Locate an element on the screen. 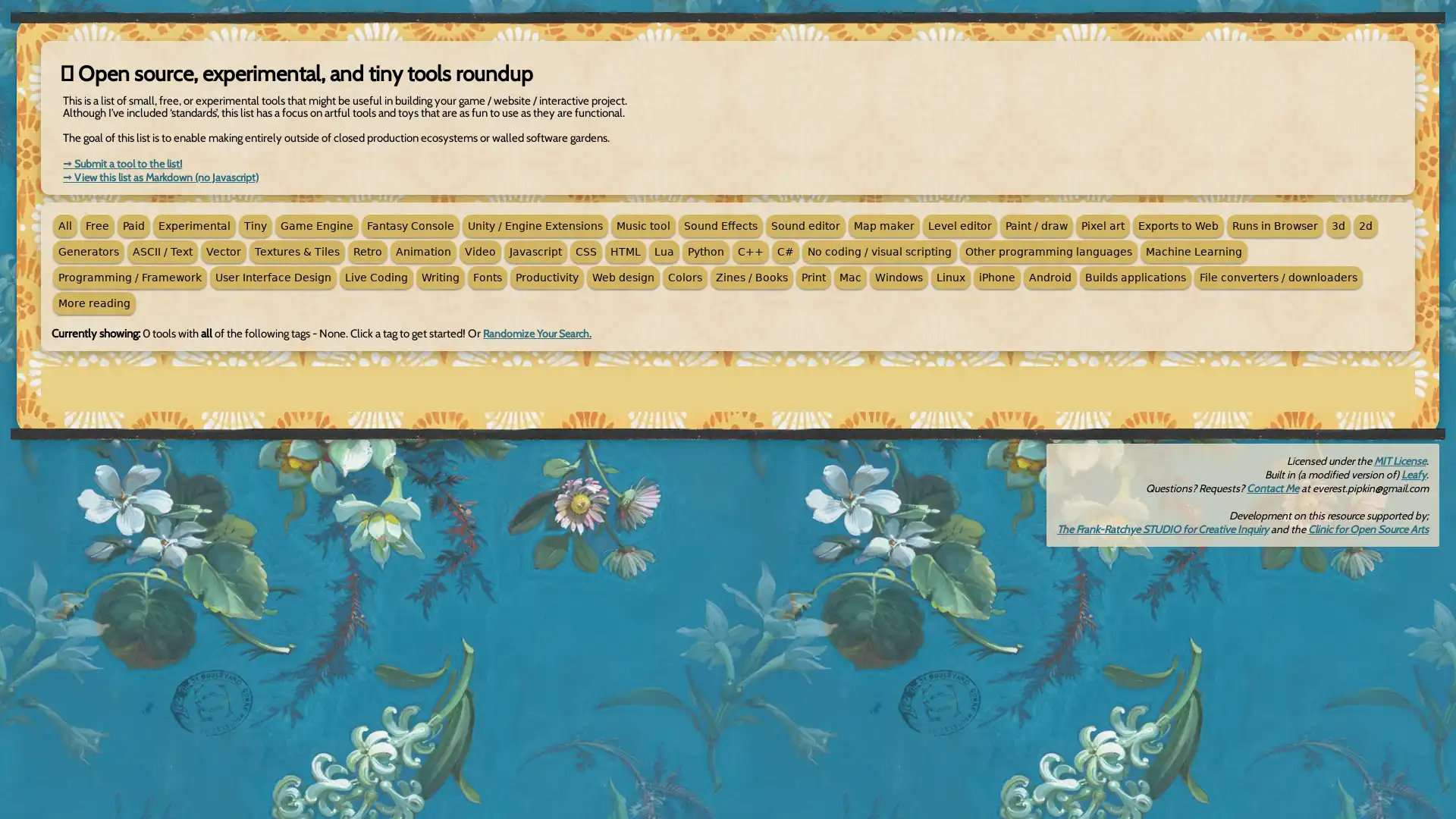 This screenshot has width=1456, height=819. Game Engine is located at coordinates (315, 225).